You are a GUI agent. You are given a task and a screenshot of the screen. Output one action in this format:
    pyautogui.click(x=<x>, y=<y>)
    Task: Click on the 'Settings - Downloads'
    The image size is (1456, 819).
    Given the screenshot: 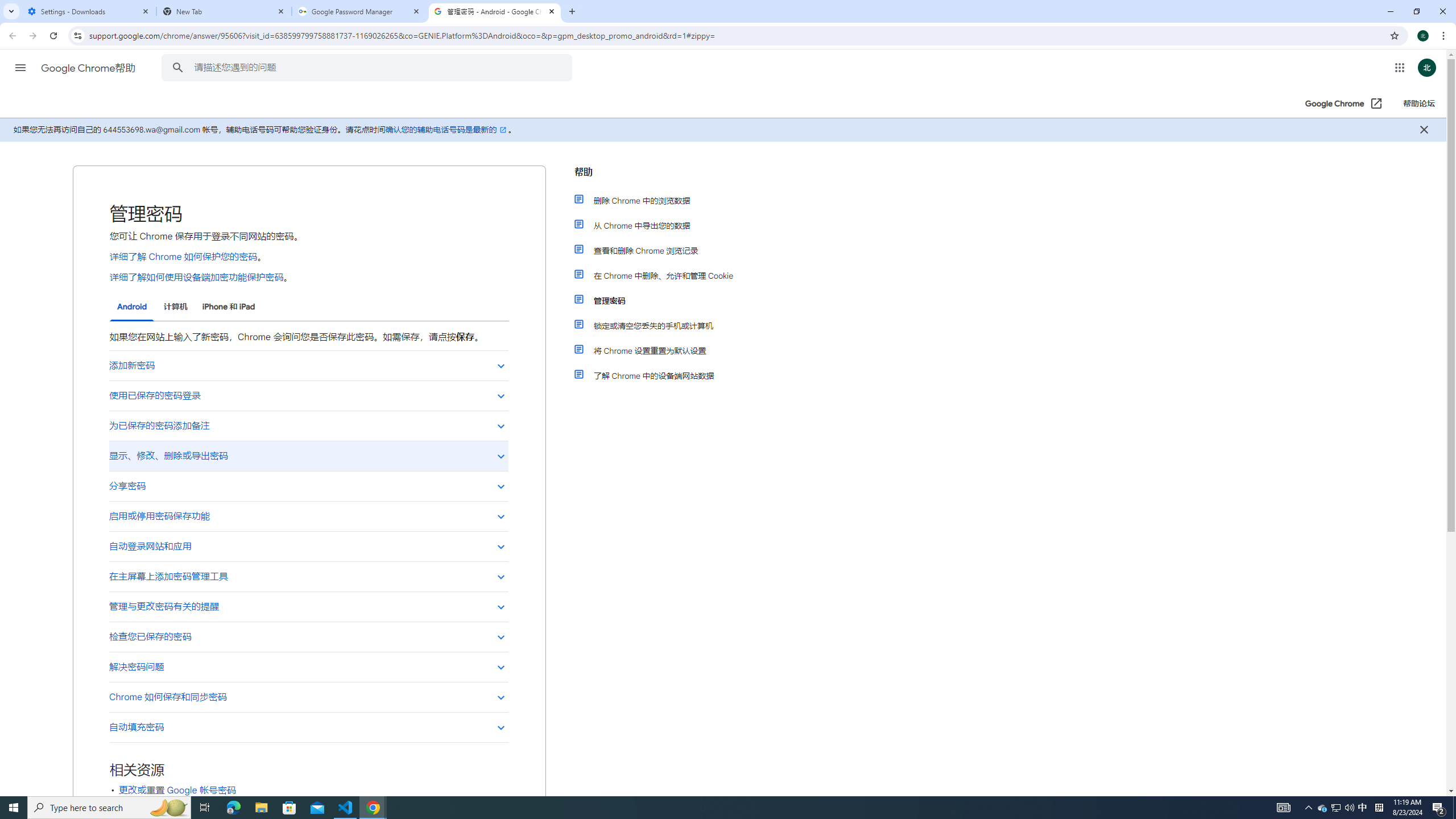 What is the action you would take?
    pyautogui.click(x=88, y=11)
    